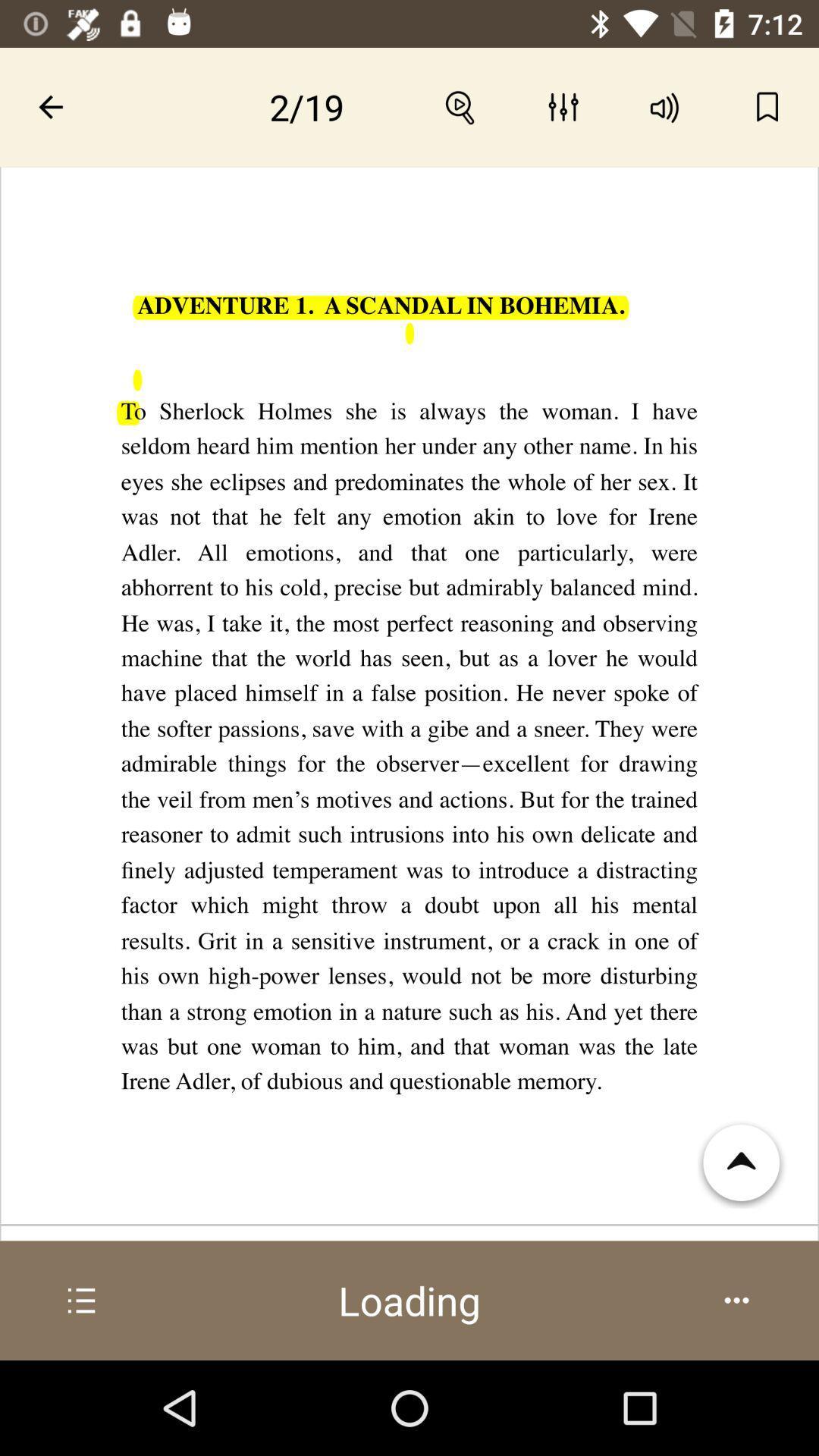 The image size is (819, 1456). What do you see at coordinates (460, 106) in the screenshot?
I see `the icon to the right of 219` at bounding box center [460, 106].